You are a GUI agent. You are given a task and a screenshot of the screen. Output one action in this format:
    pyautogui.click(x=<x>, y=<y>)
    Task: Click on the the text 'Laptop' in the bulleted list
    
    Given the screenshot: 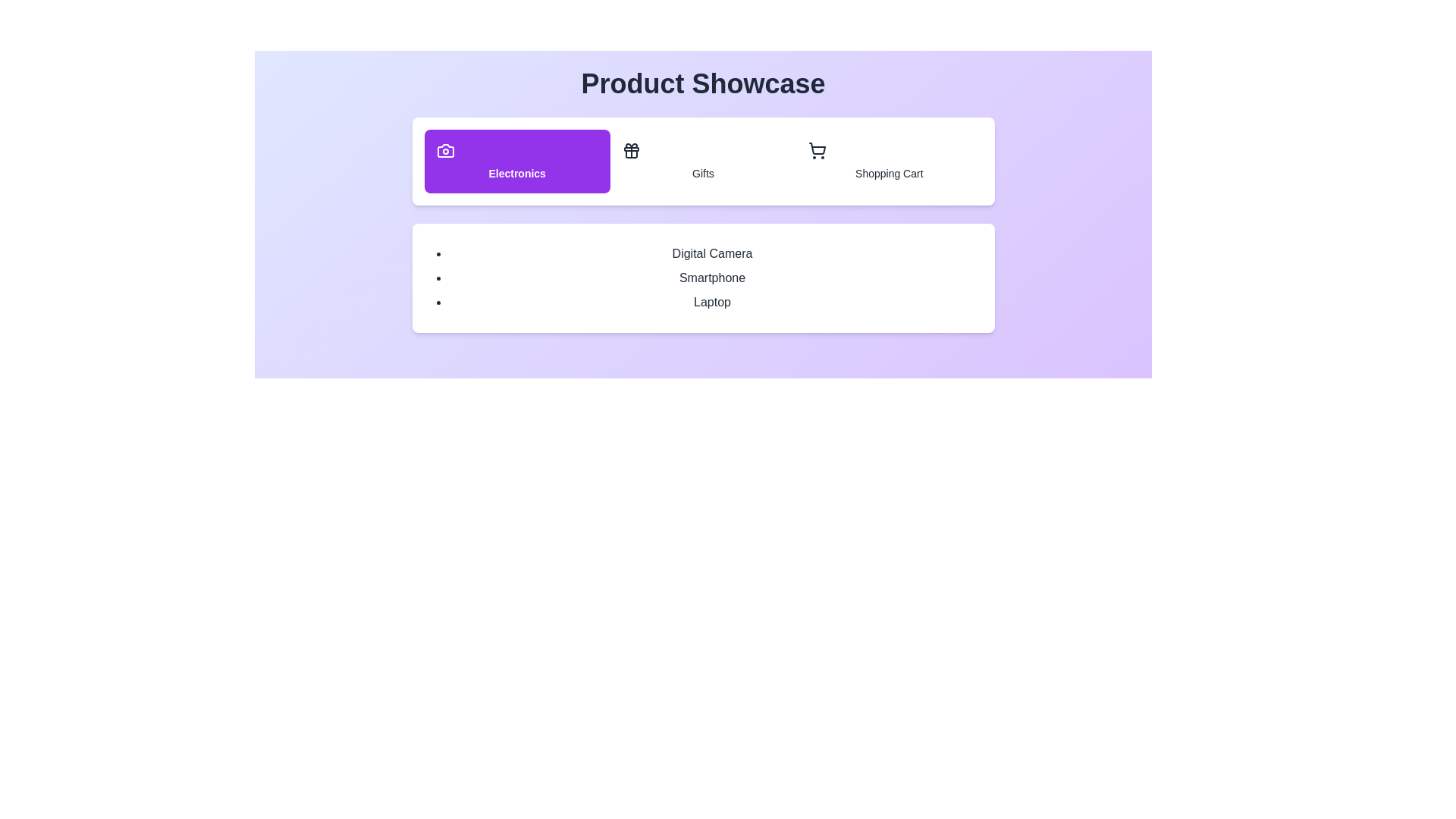 What is the action you would take?
    pyautogui.click(x=711, y=302)
    